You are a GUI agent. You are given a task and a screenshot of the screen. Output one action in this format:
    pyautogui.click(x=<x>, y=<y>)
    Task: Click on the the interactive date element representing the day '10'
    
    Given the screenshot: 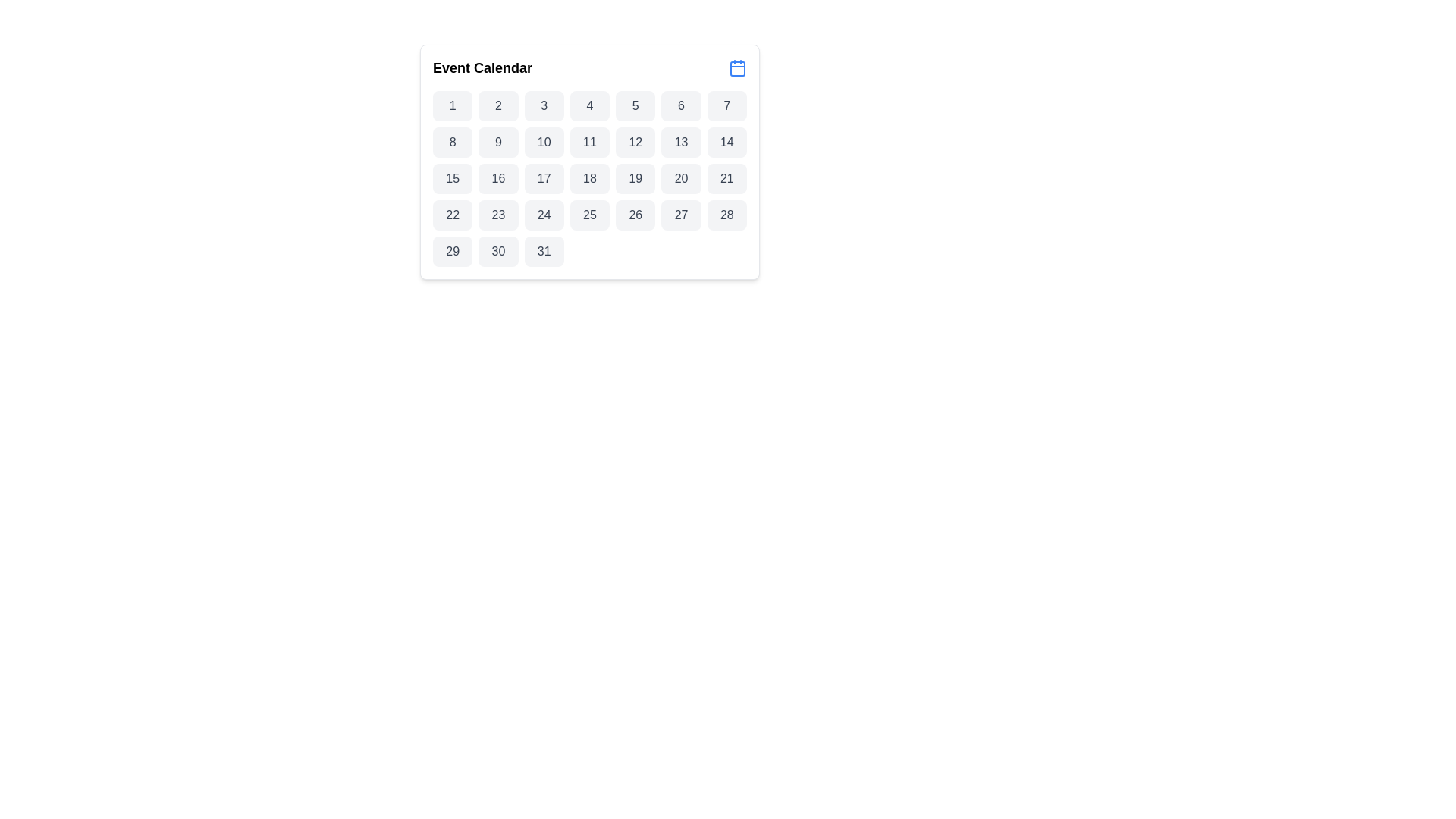 What is the action you would take?
    pyautogui.click(x=544, y=143)
    